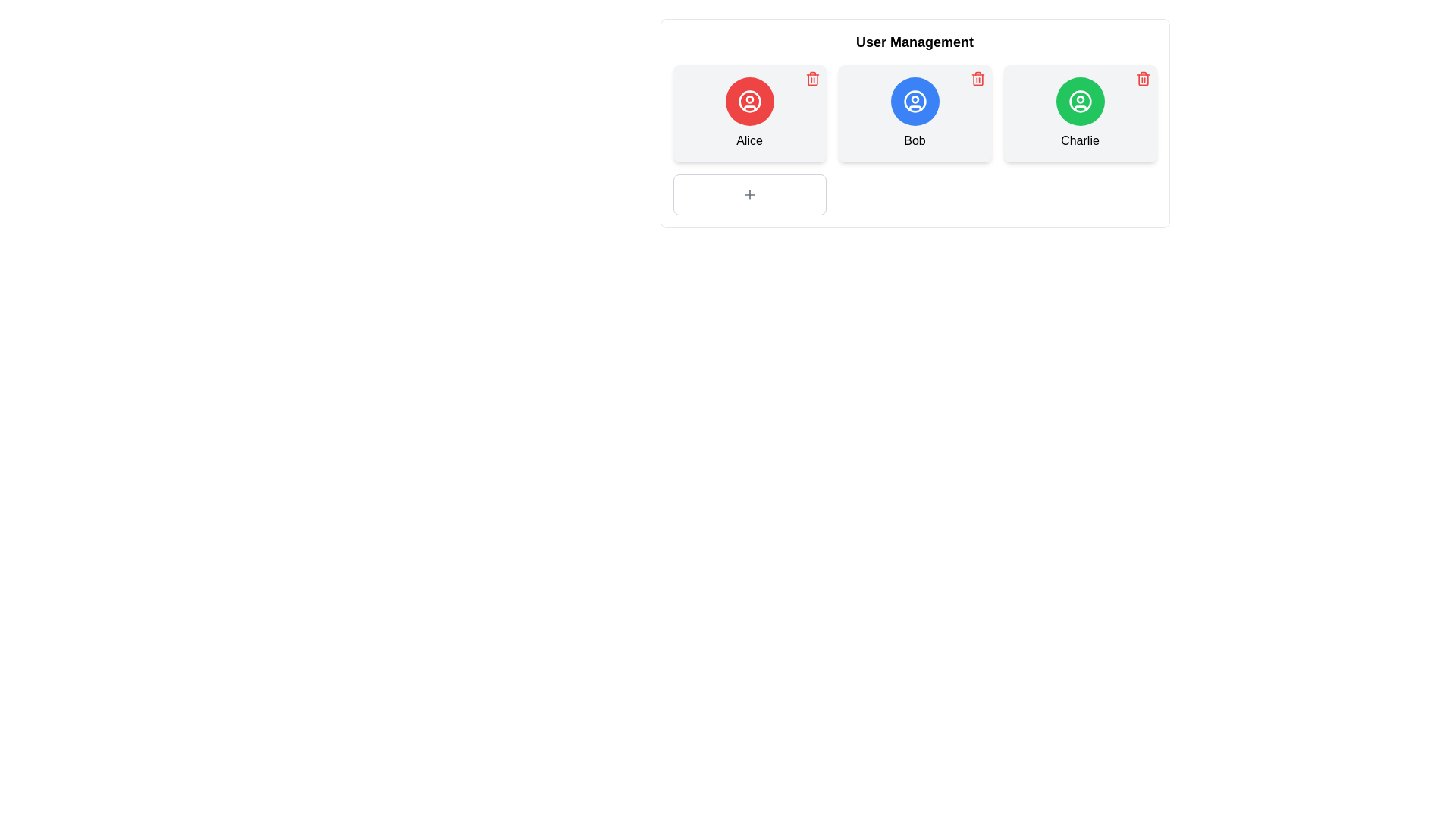 This screenshot has height=819, width=1456. I want to click on the SVG Circle representing the user 'Charlie' in the User Management section, so click(1079, 102).